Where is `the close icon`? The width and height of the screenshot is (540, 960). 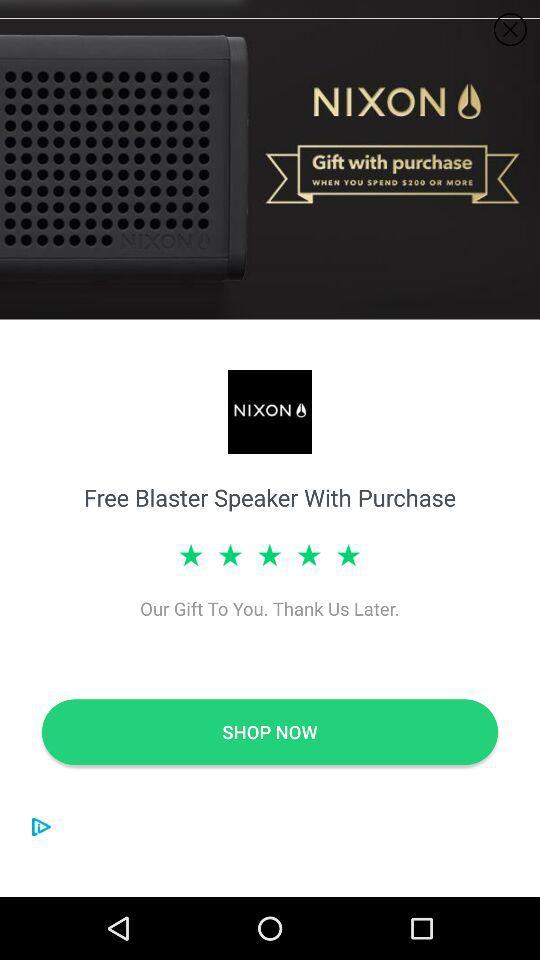
the close icon is located at coordinates (510, 28).